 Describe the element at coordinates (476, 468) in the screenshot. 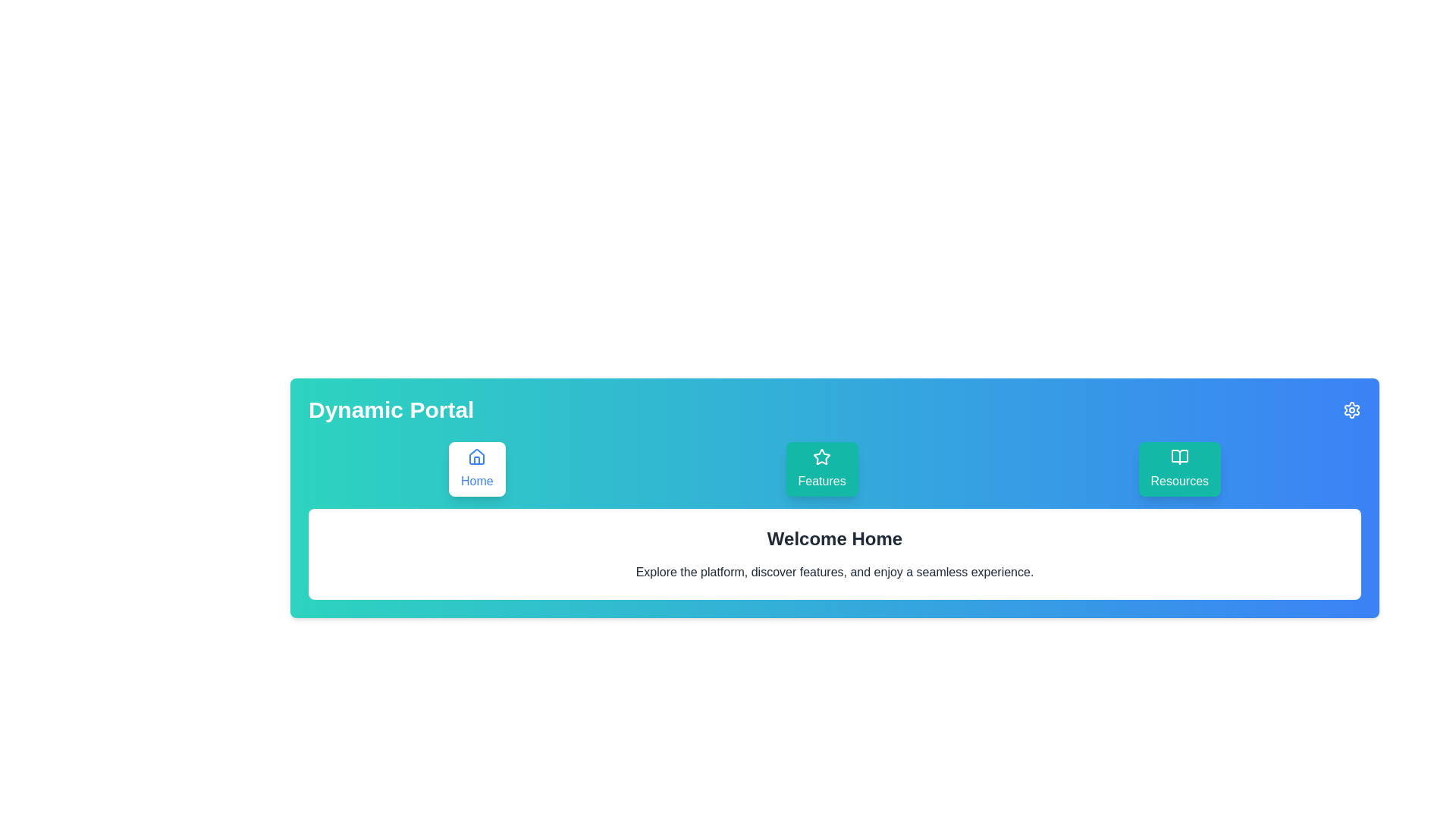

I see `the 'Home' button, which is a rounded button with a white background and blue text, located at the upper left of the page` at that location.